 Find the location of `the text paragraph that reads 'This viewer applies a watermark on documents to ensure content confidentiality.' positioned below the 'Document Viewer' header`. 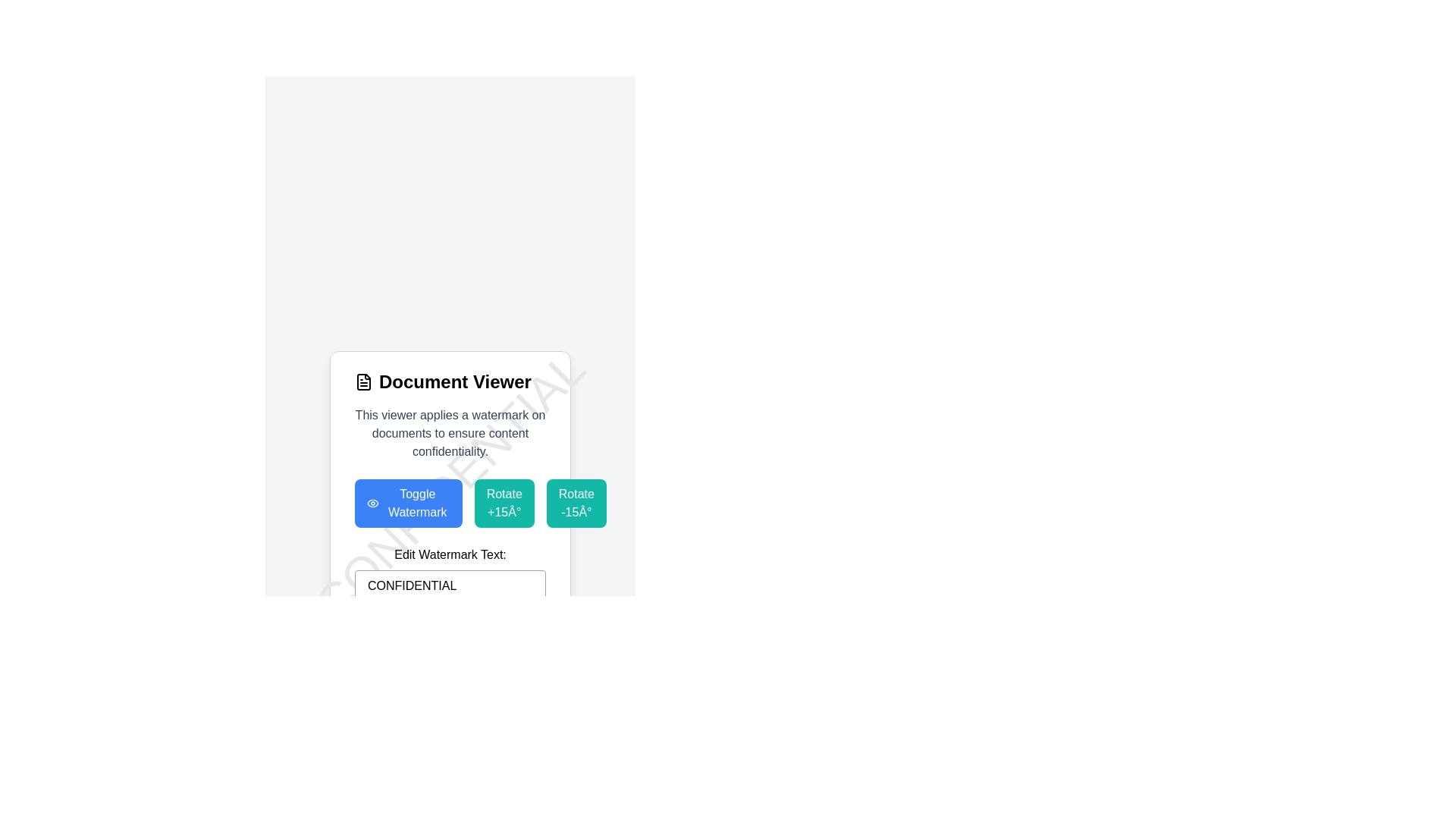

the text paragraph that reads 'This viewer applies a watermark on documents to ensure content confidentiality.' positioned below the 'Document Viewer' header is located at coordinates (450, 433).